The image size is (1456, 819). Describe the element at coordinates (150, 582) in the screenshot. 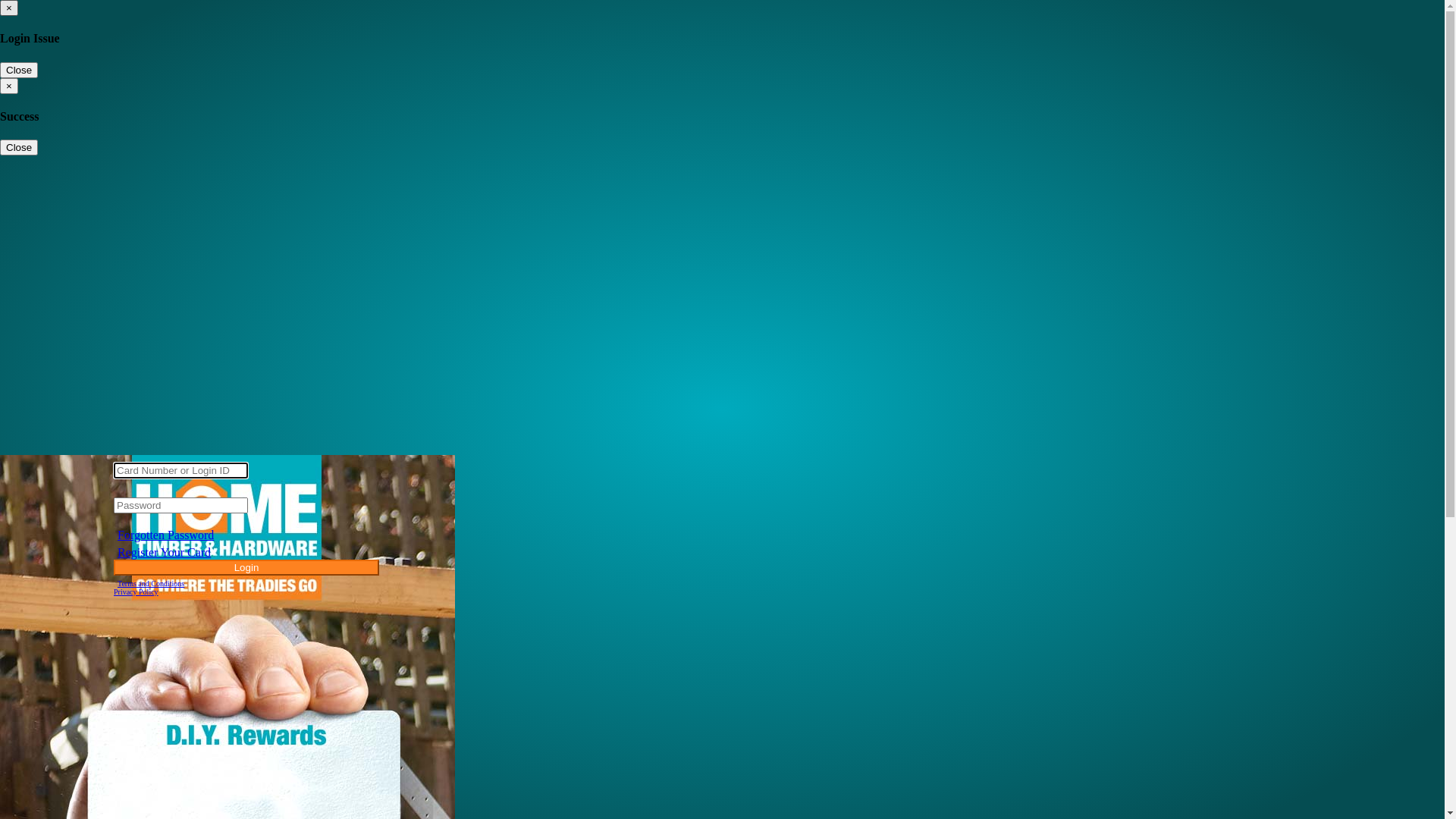

I see `'Terms and Conditions'` at that location.